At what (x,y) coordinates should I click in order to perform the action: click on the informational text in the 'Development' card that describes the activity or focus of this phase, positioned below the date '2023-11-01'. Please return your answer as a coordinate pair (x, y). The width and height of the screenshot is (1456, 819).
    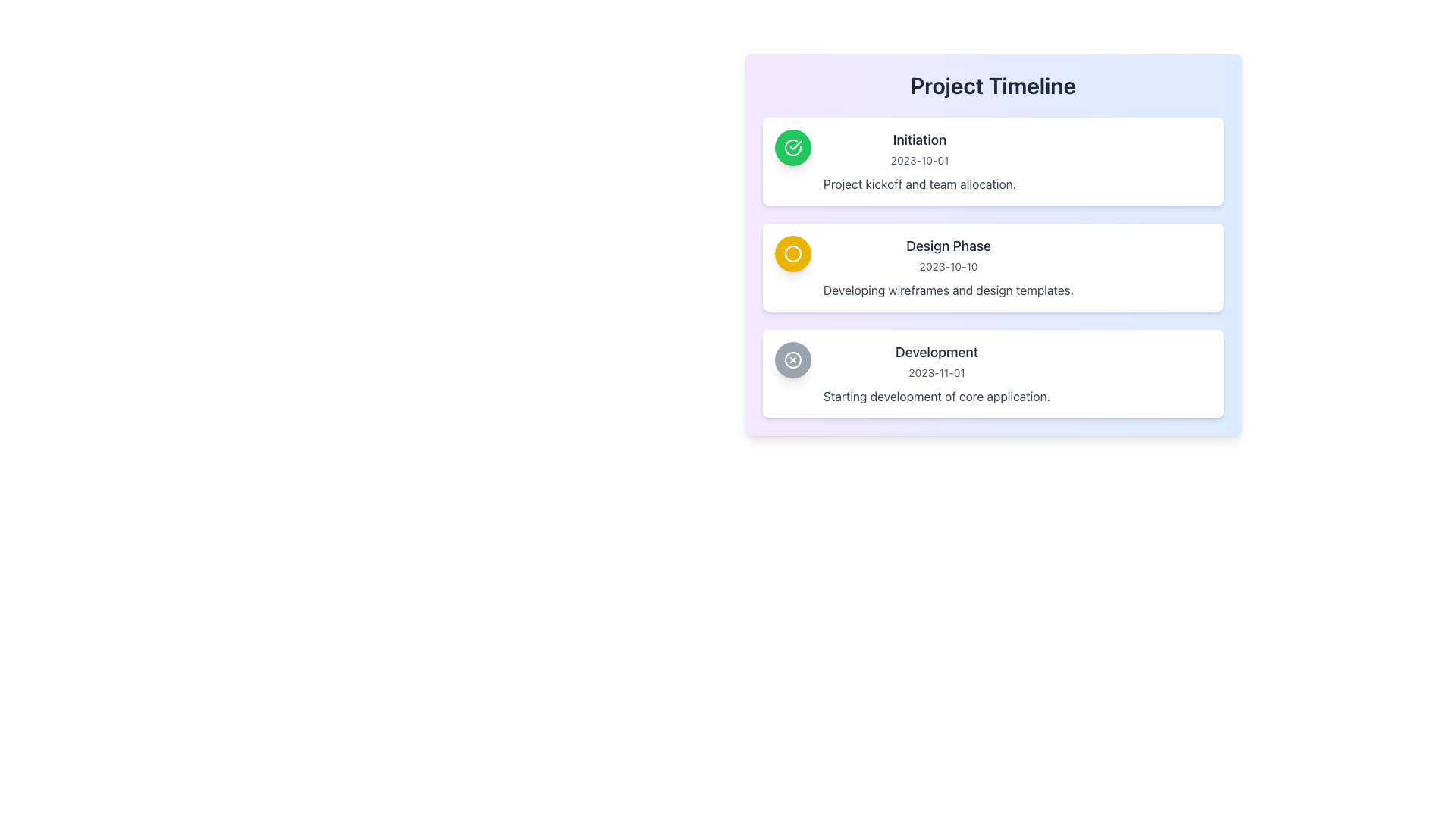
    Looking at the image, I should click on (936, 396).